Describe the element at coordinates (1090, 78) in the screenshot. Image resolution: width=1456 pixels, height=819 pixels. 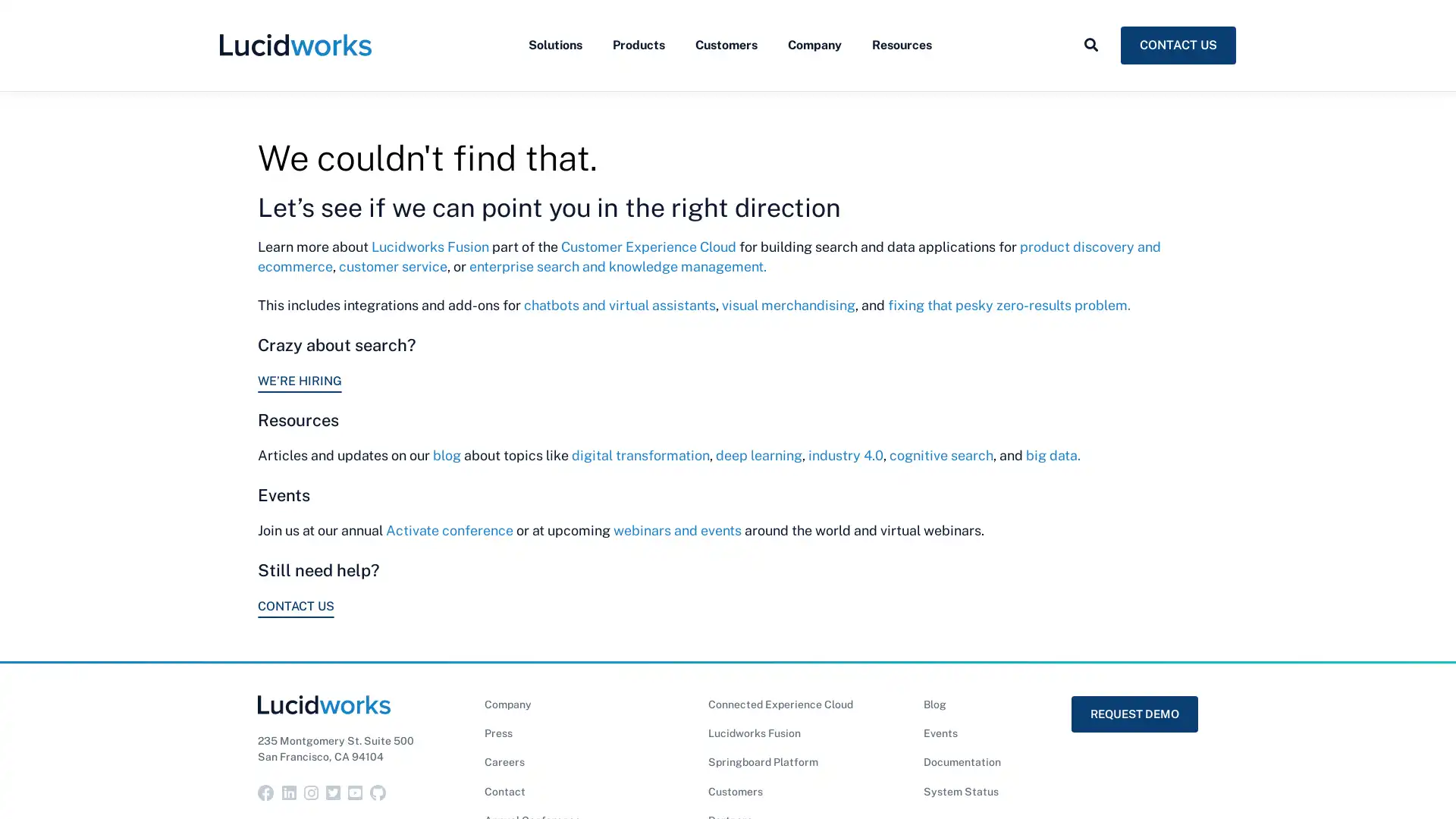
I see `TOGGLE DROPDOWN` at that location.